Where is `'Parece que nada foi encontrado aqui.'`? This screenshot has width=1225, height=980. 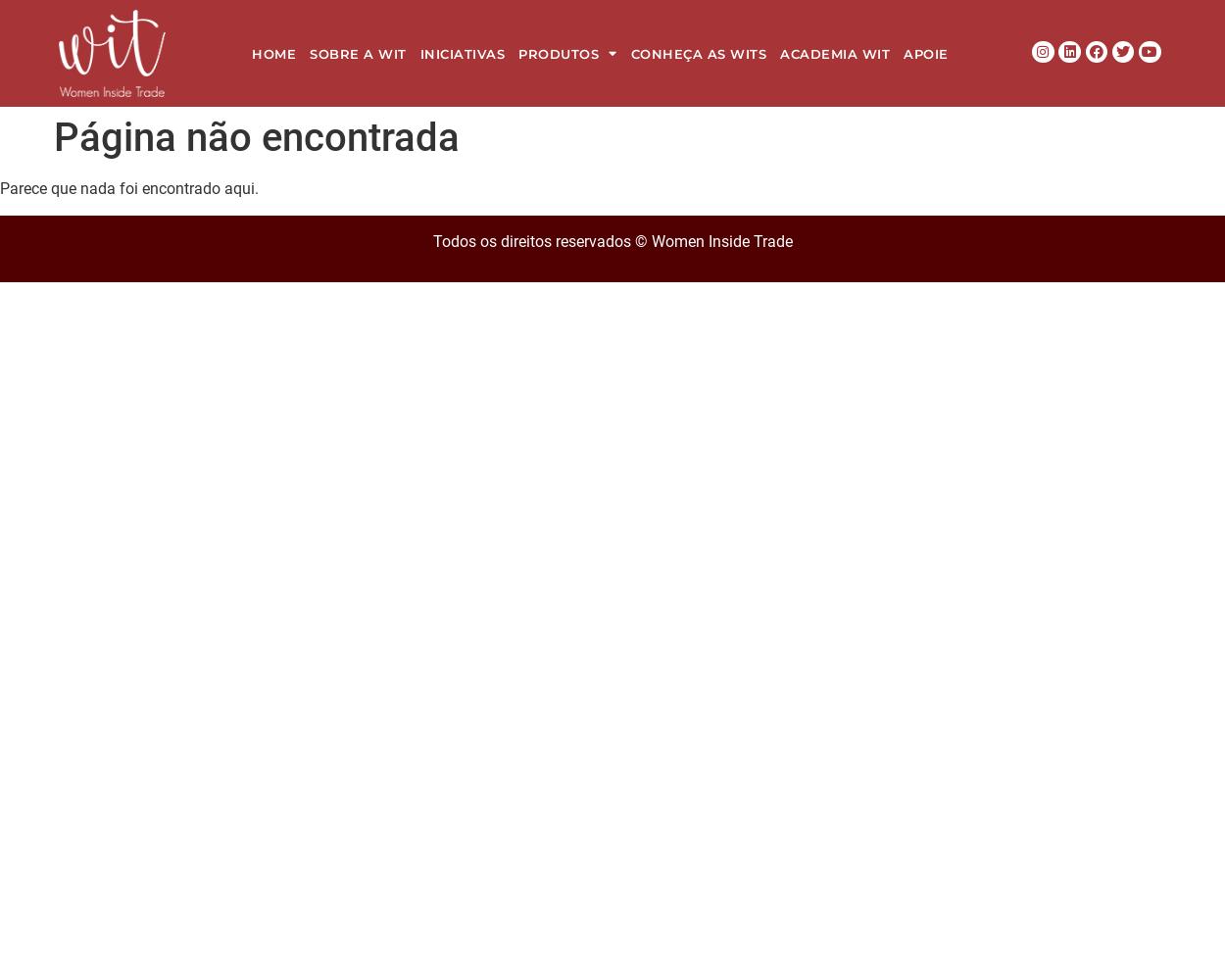
'Parece que nada foi encontrado aqui.' is located at coordinates (129, 187).